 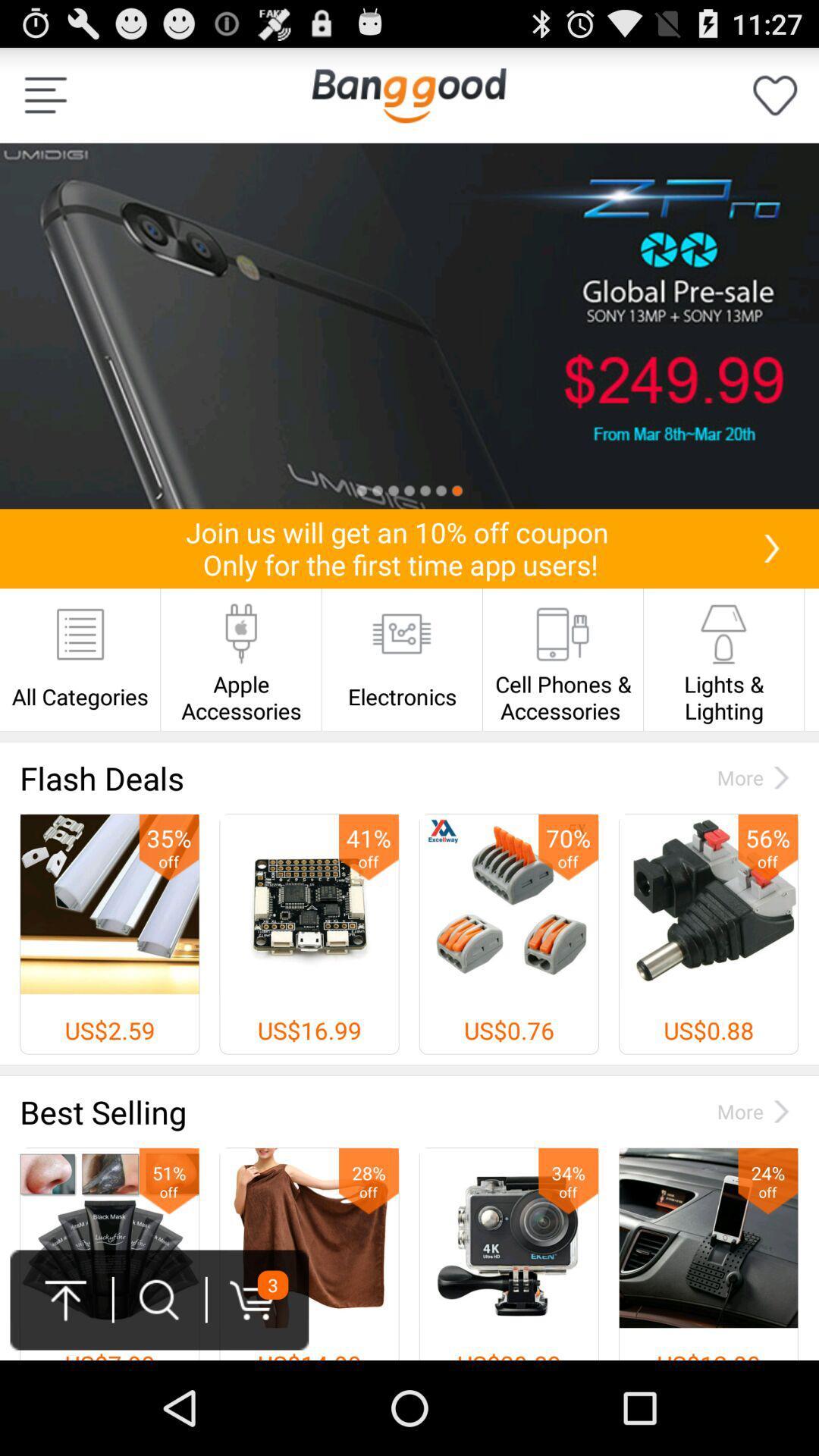 I want to click on bang good home page, so click(x=408, y=94).